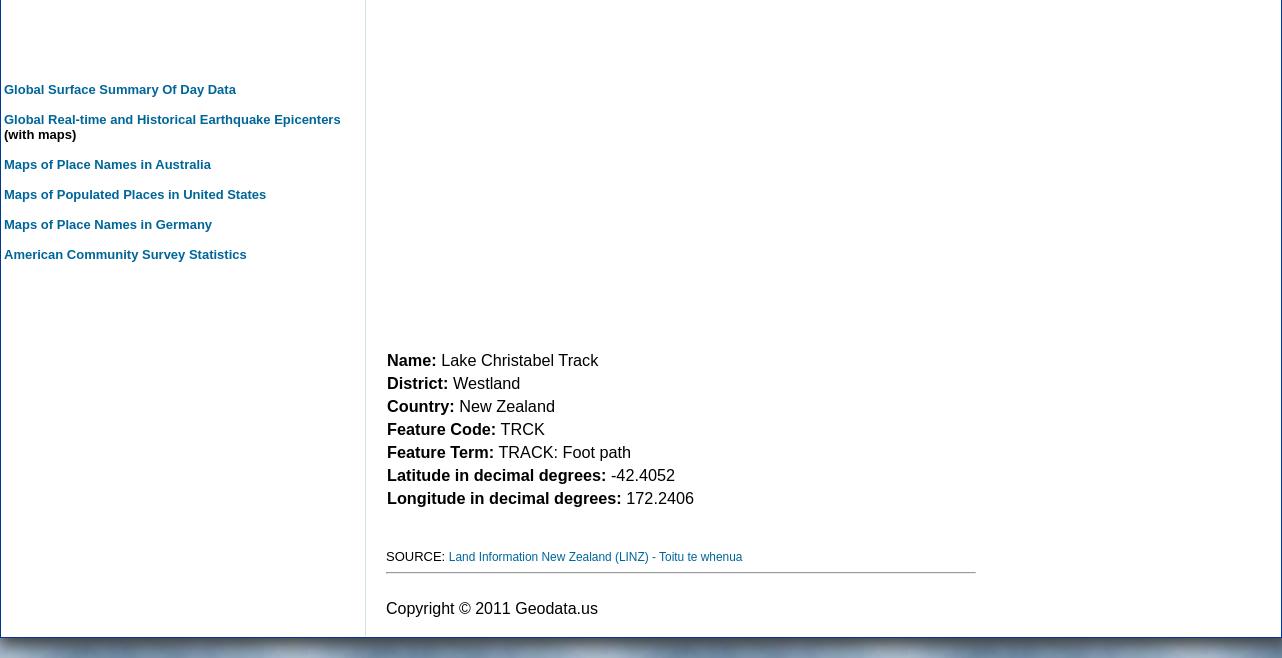 This screenshot has height=658, width=1282. What do you see at coordinates (410, 358) in the screenshot?
I see `'Name:'` at bounding box center [410, 358].